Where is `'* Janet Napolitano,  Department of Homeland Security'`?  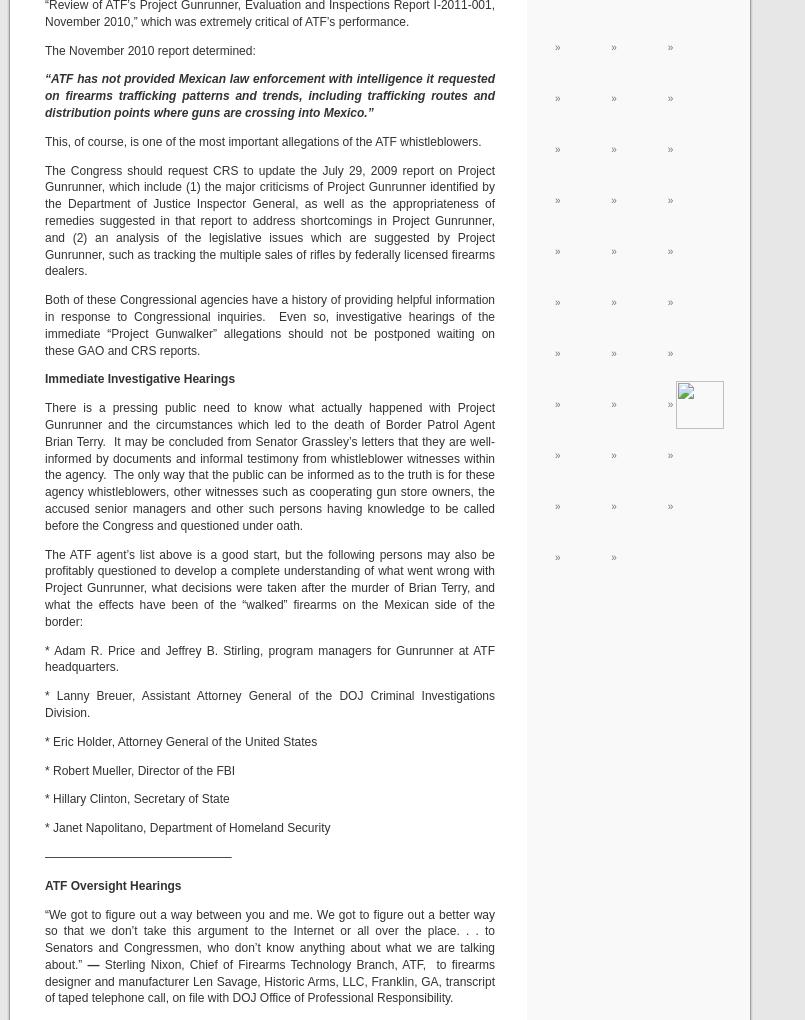 '* Janet Napolitano,  Department of Homeland Security' is located at coordinates (186, 828).